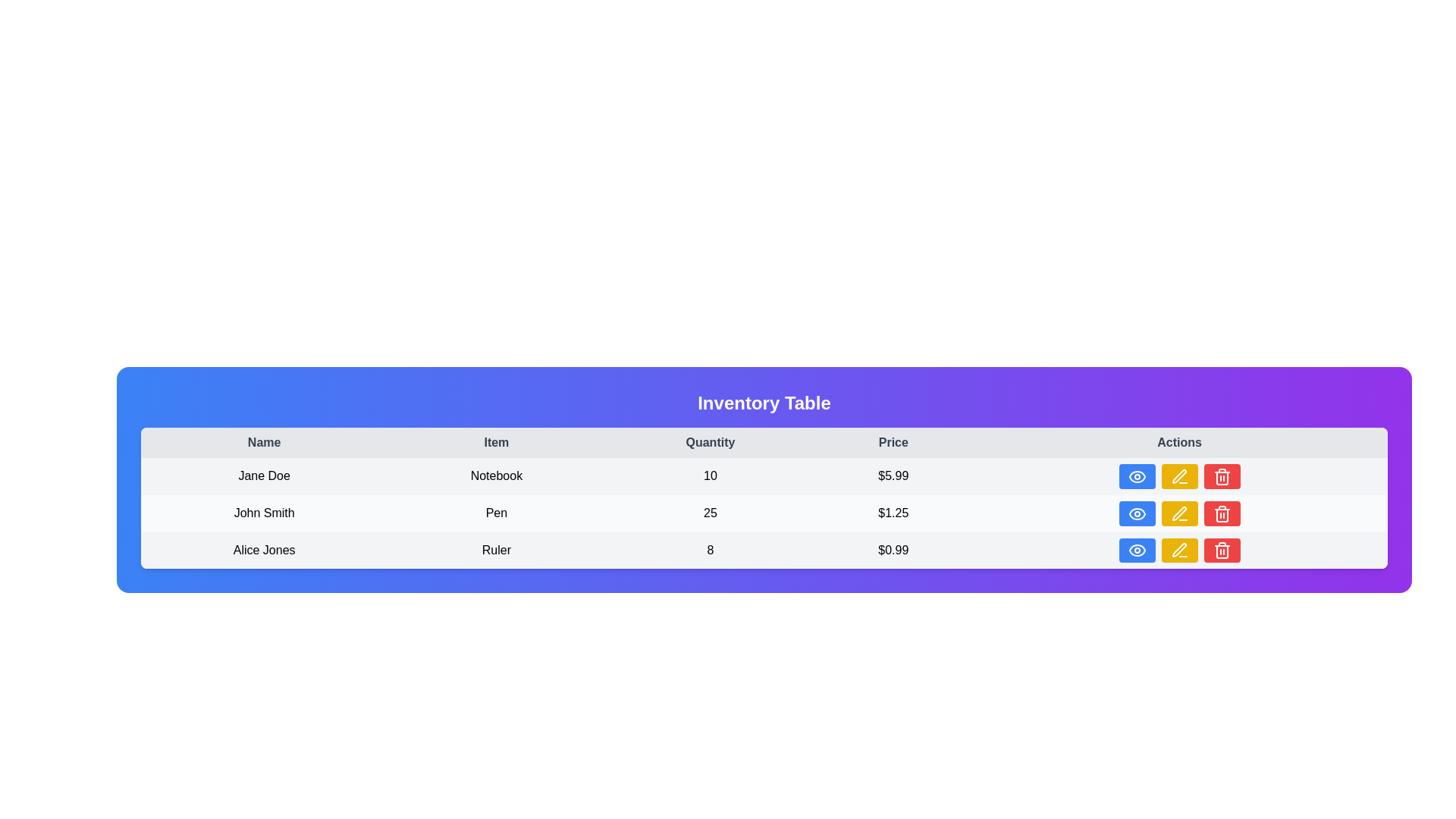 Image resolution: width=1456 pixels, height=819 pixels. Describe the element at coordinates (893, 513) in the screenshot. I see `the static text label indicating the price for 'John Smith' in the main inventory table, located in the fourth column, with '25' to its left and action icons to its right` at that location.